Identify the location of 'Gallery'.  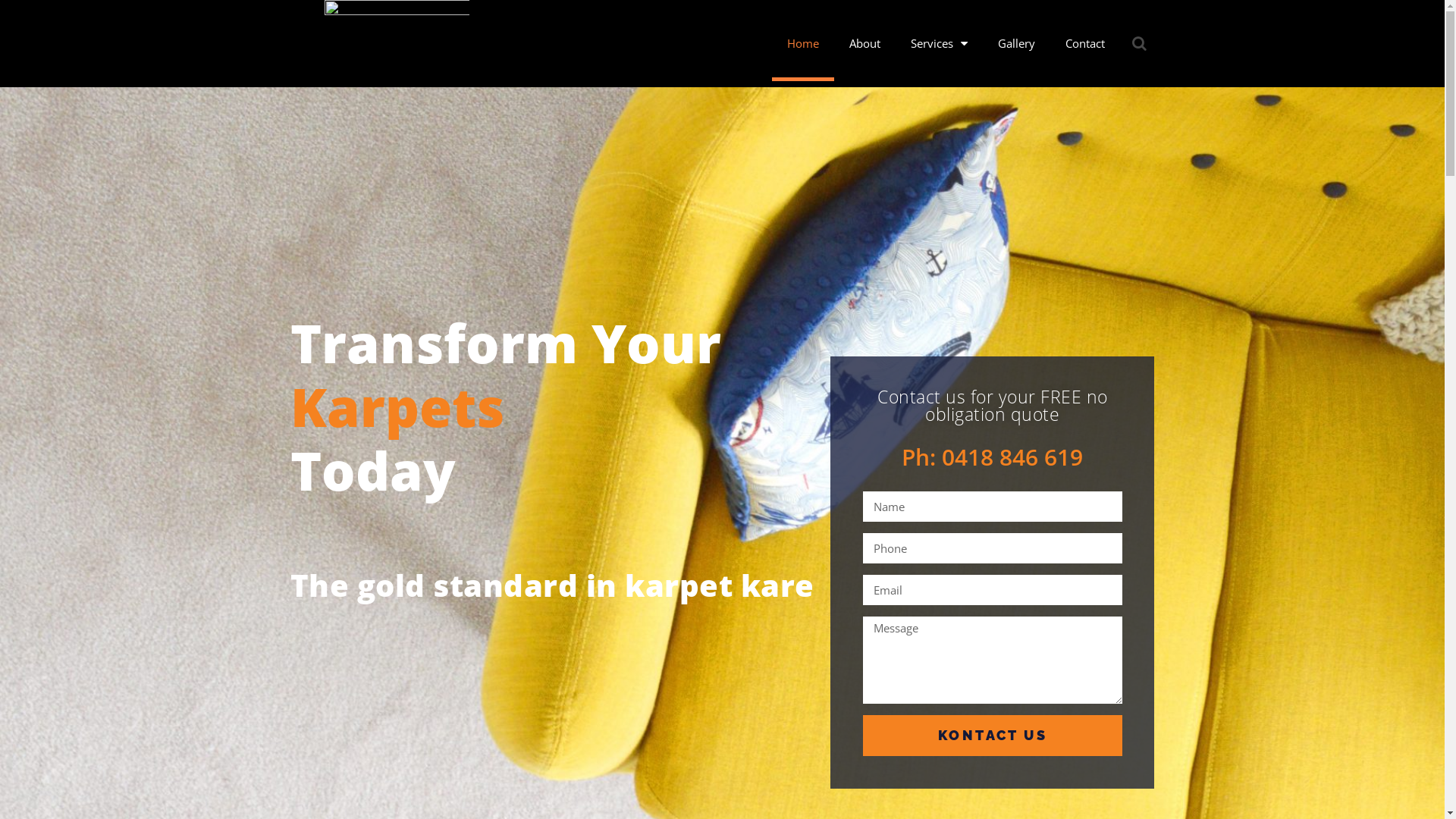
(1016, 42).